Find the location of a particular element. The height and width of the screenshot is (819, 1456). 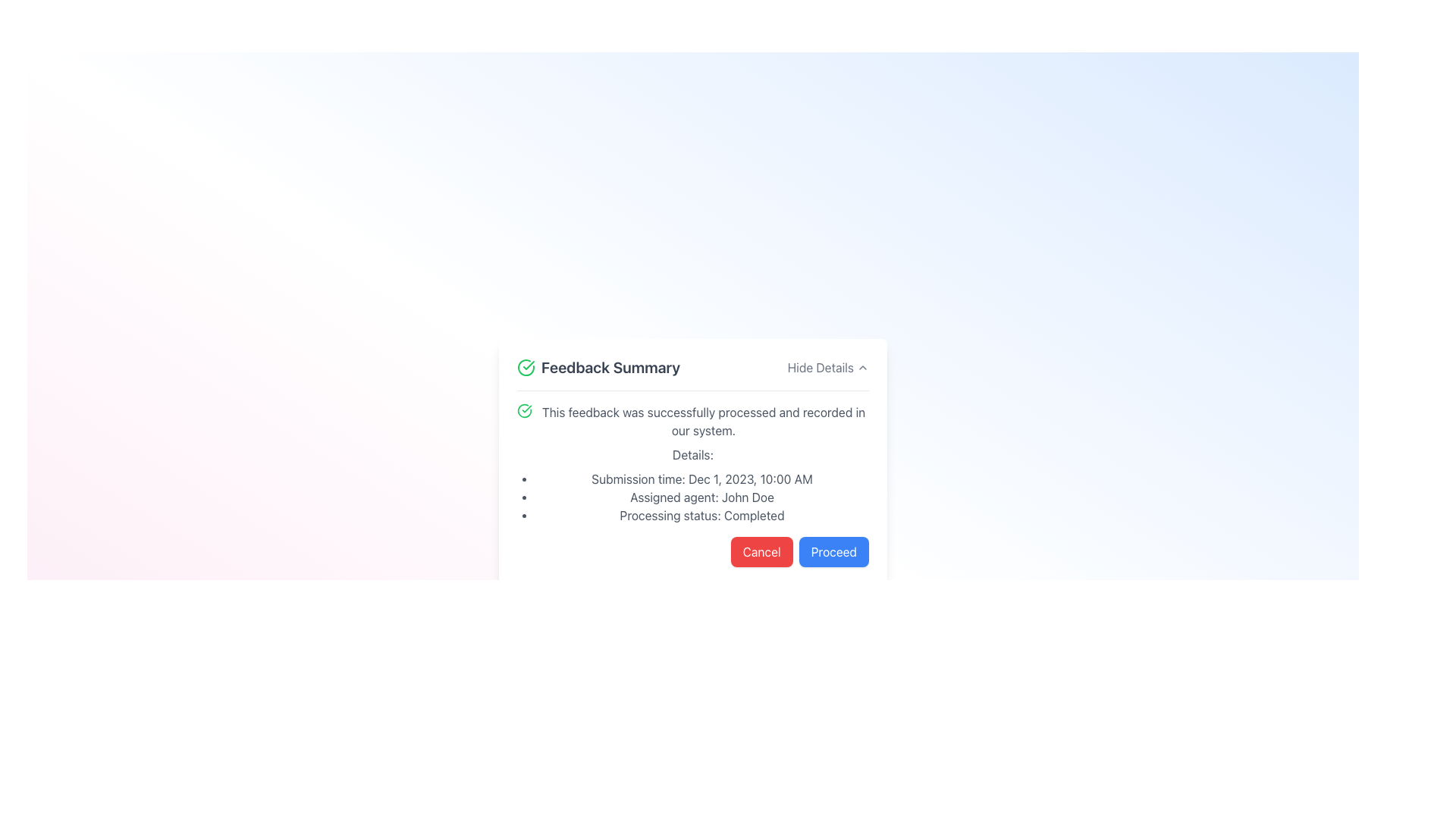

the confirmation button located at the bottom right of the modal section to change its background color is located at coordinates (833, 551).